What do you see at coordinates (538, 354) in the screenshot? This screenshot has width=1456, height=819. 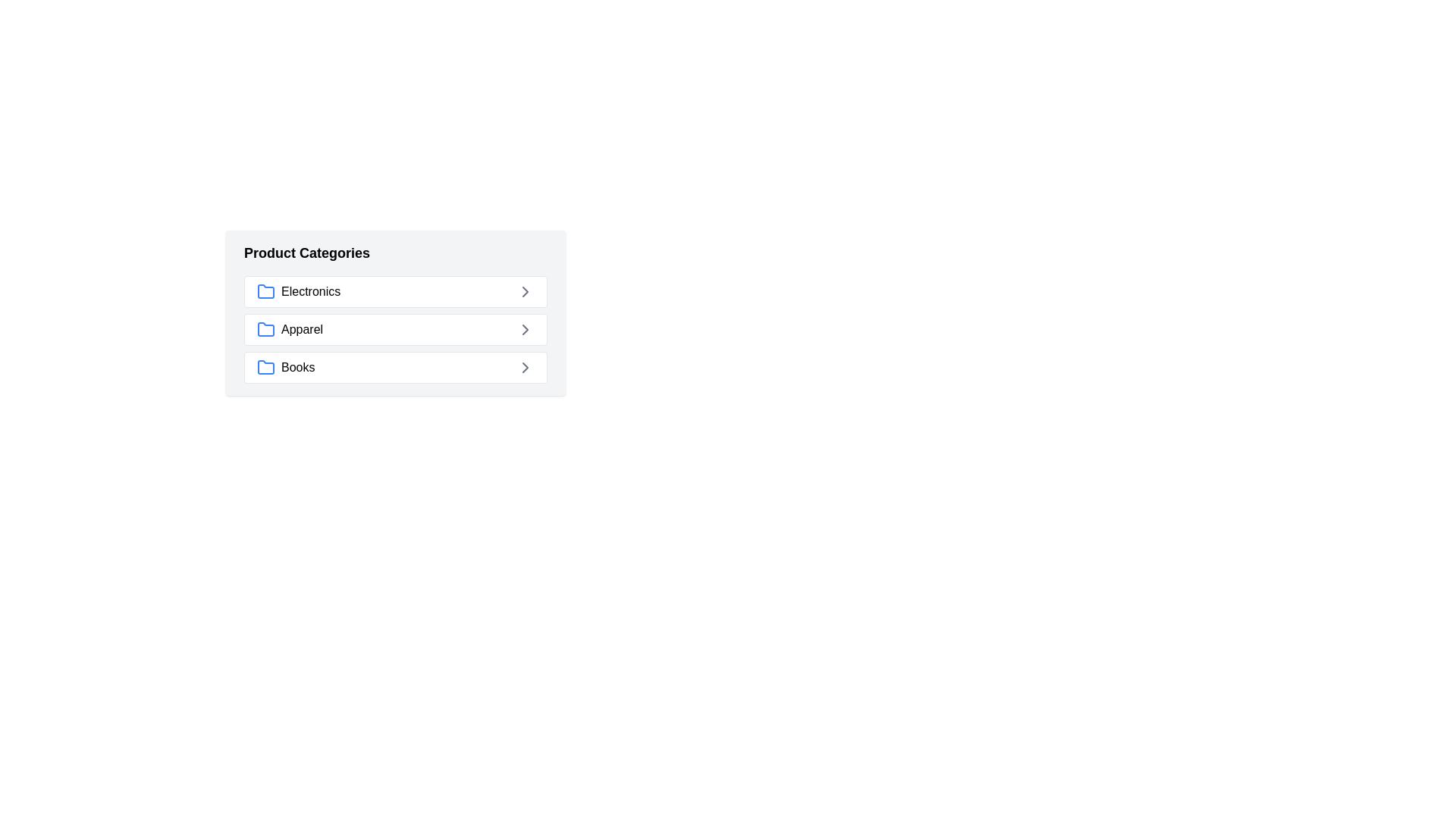 I see `a row in the List component displaying 'Product Categories'` at bounding box center [538, 354].